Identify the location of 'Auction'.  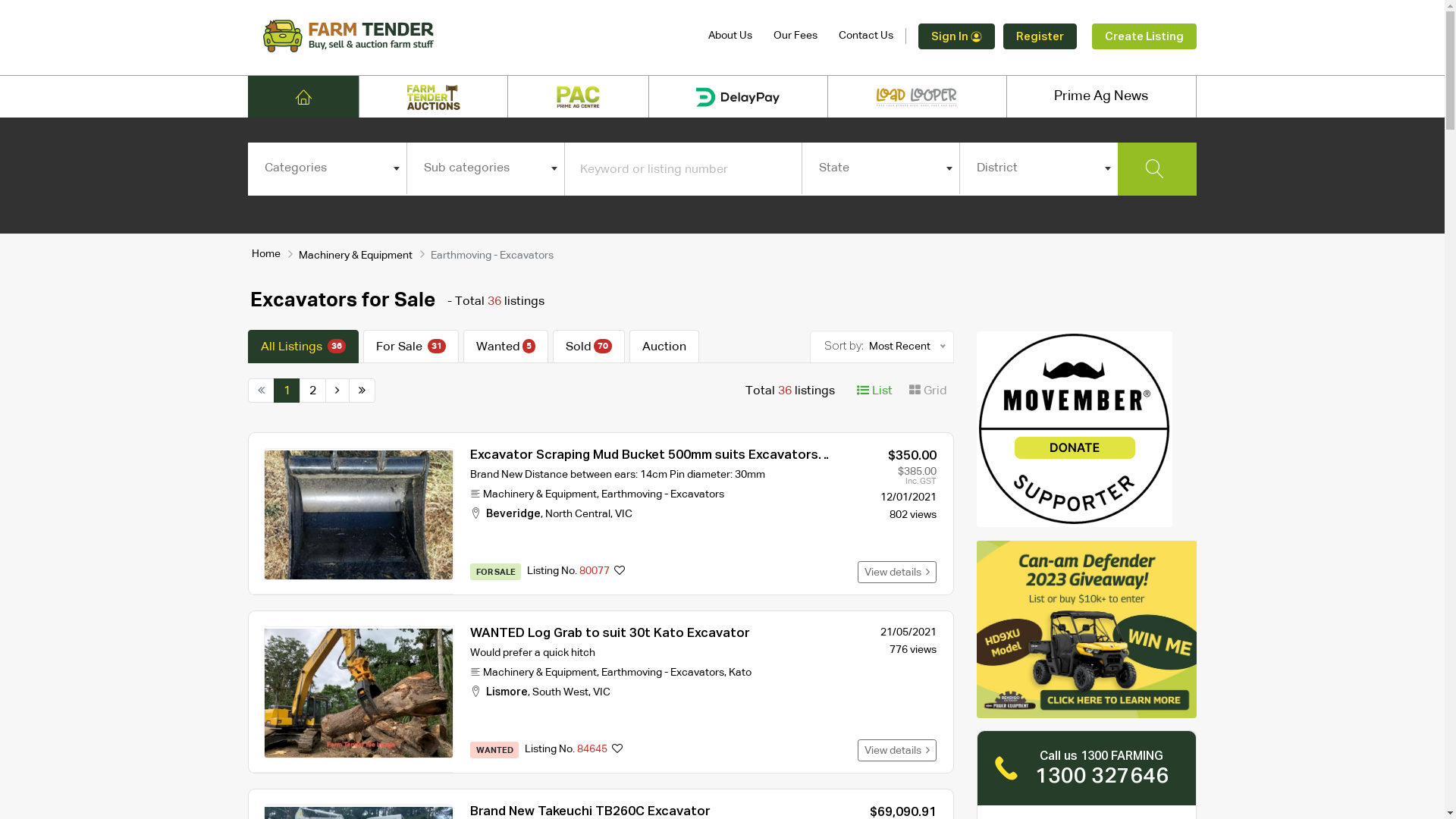
(664, 346).